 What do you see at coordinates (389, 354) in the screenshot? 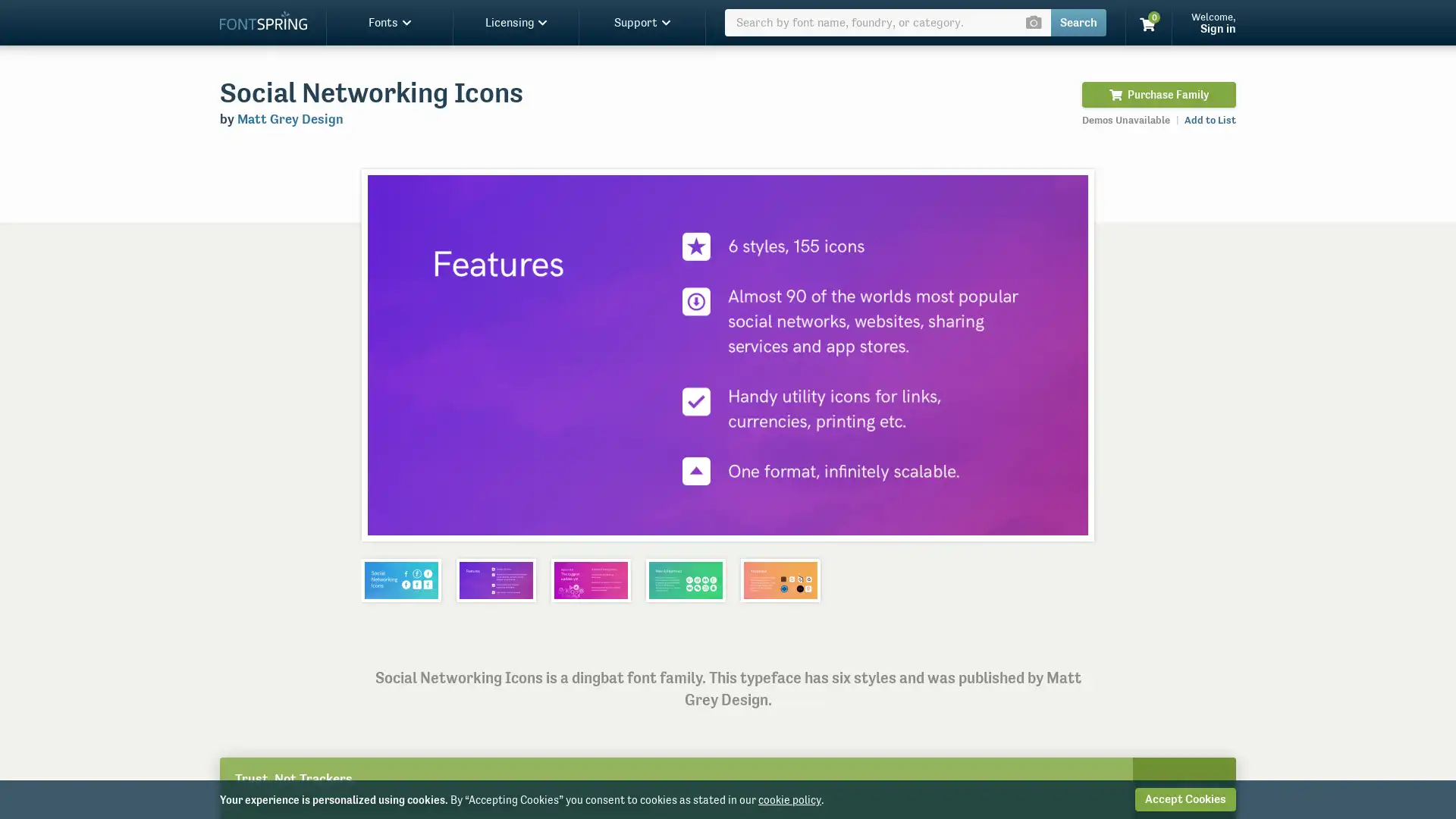
I see `Previous slide` at bounding box center [389, 354].